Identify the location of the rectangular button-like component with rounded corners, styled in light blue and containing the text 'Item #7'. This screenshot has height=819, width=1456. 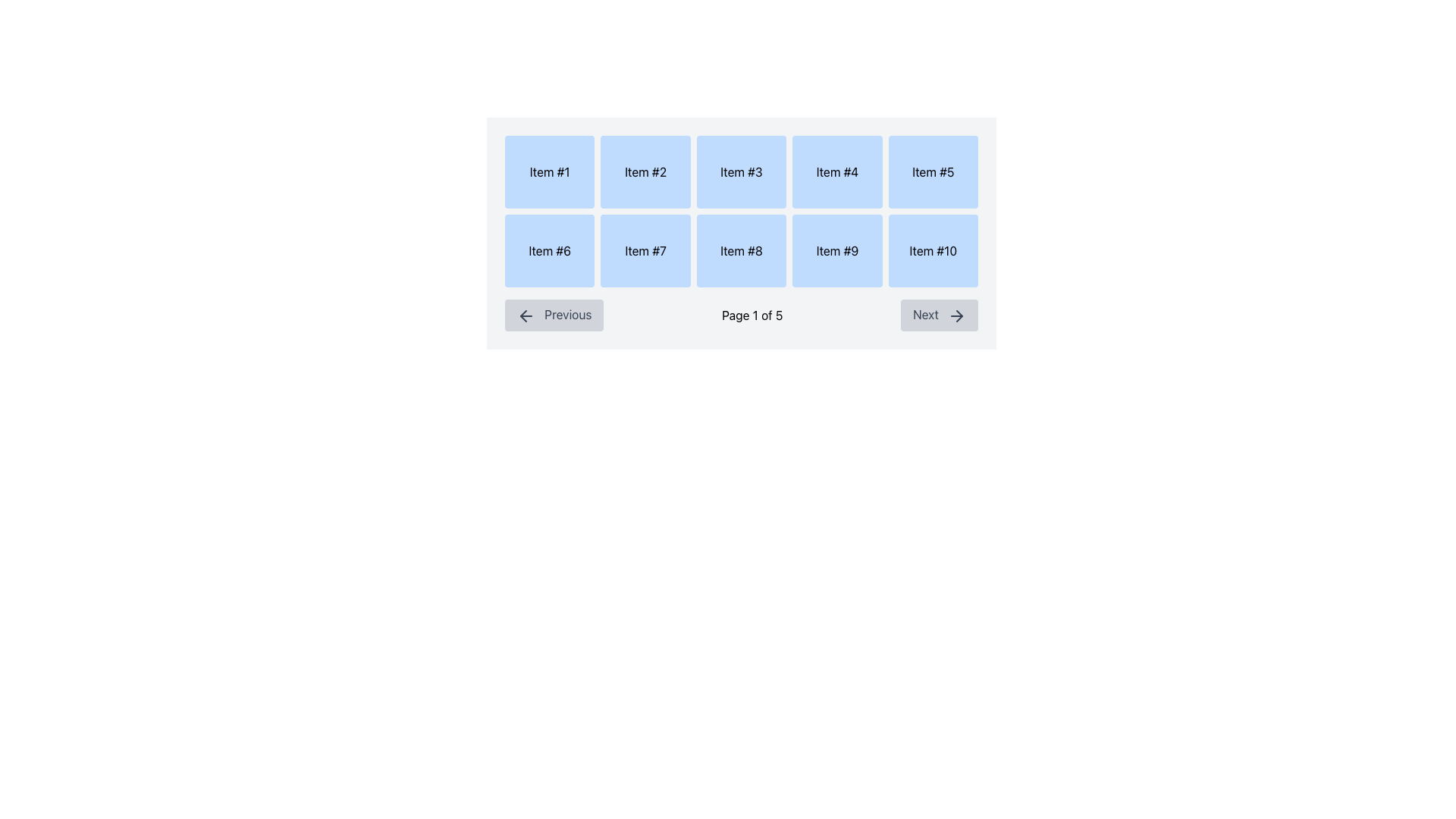
(645, 250).